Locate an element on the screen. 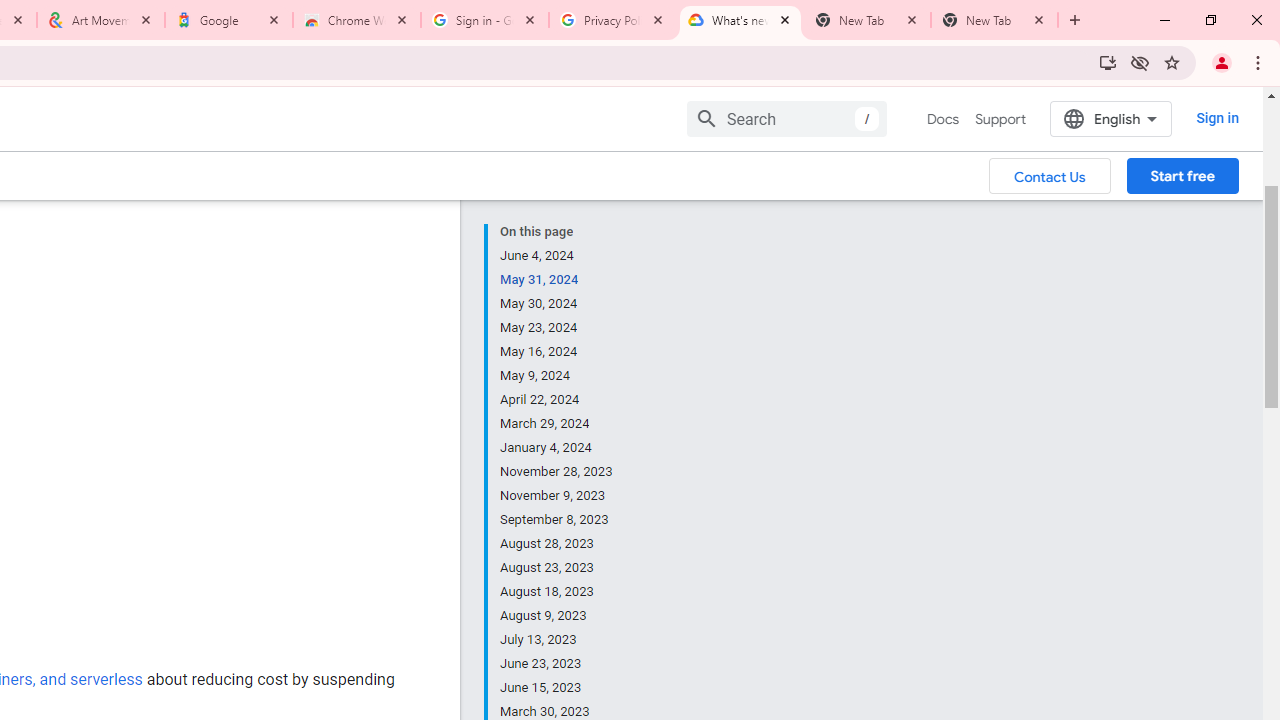 The width and height of the screenshot is (1280, 720). 'April 22, 2024' is located at coordinates (557, 399).